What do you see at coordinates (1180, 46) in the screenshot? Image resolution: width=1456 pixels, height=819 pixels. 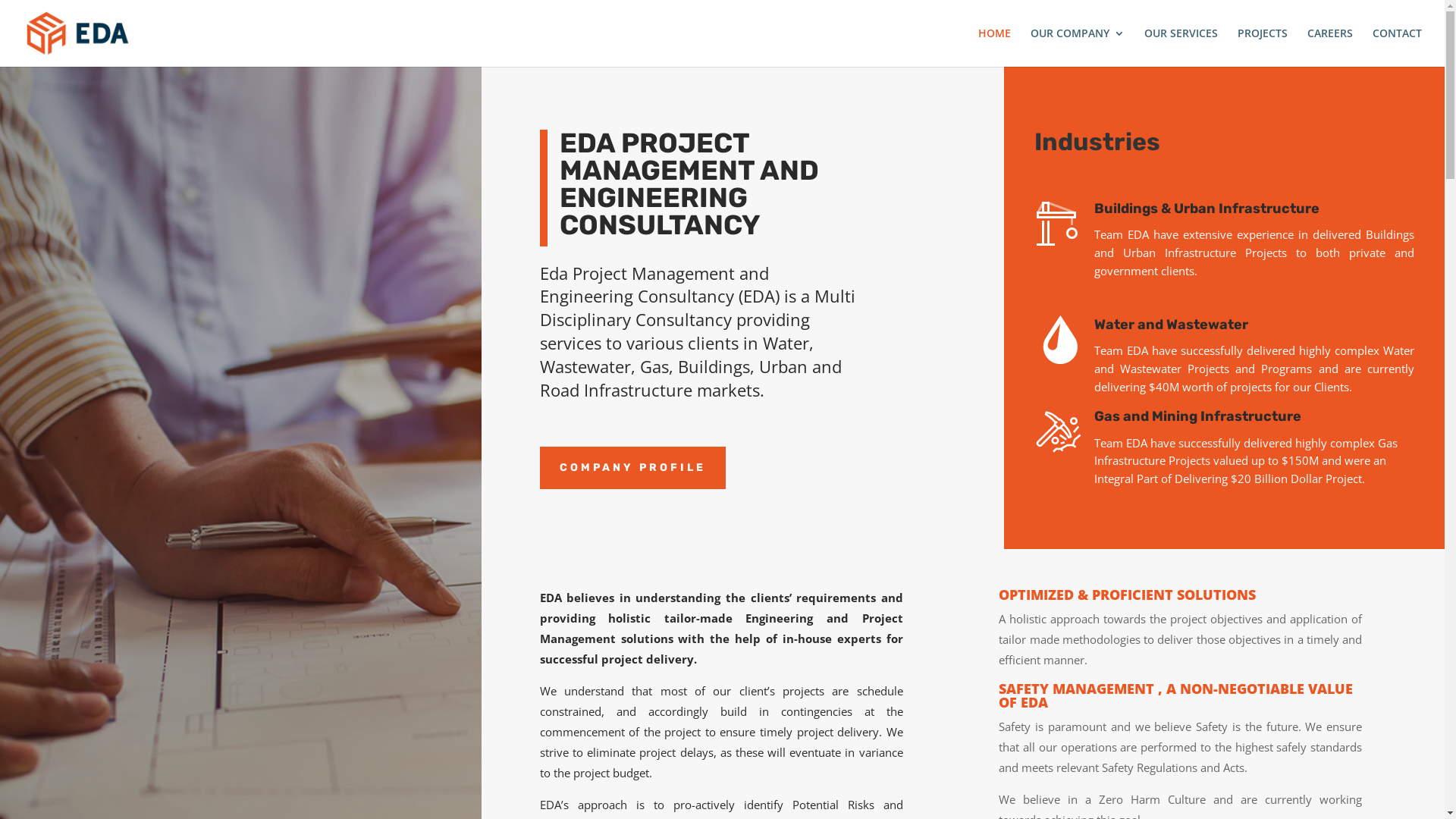 I see `'OUR SERVICES'` at bounding box center [1180, 46].